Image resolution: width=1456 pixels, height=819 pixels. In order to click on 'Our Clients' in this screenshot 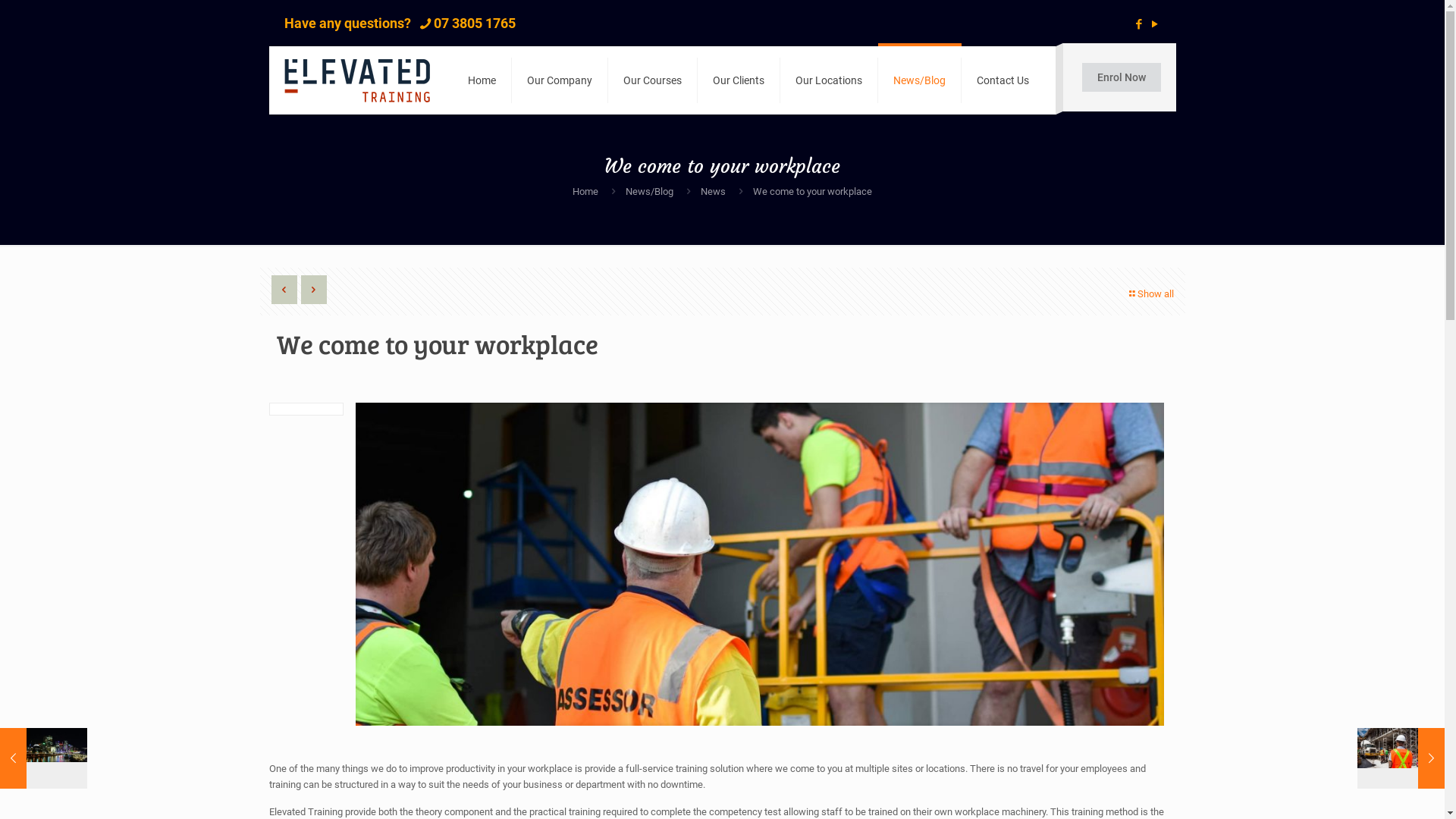, I will do `click(739, 80)`.